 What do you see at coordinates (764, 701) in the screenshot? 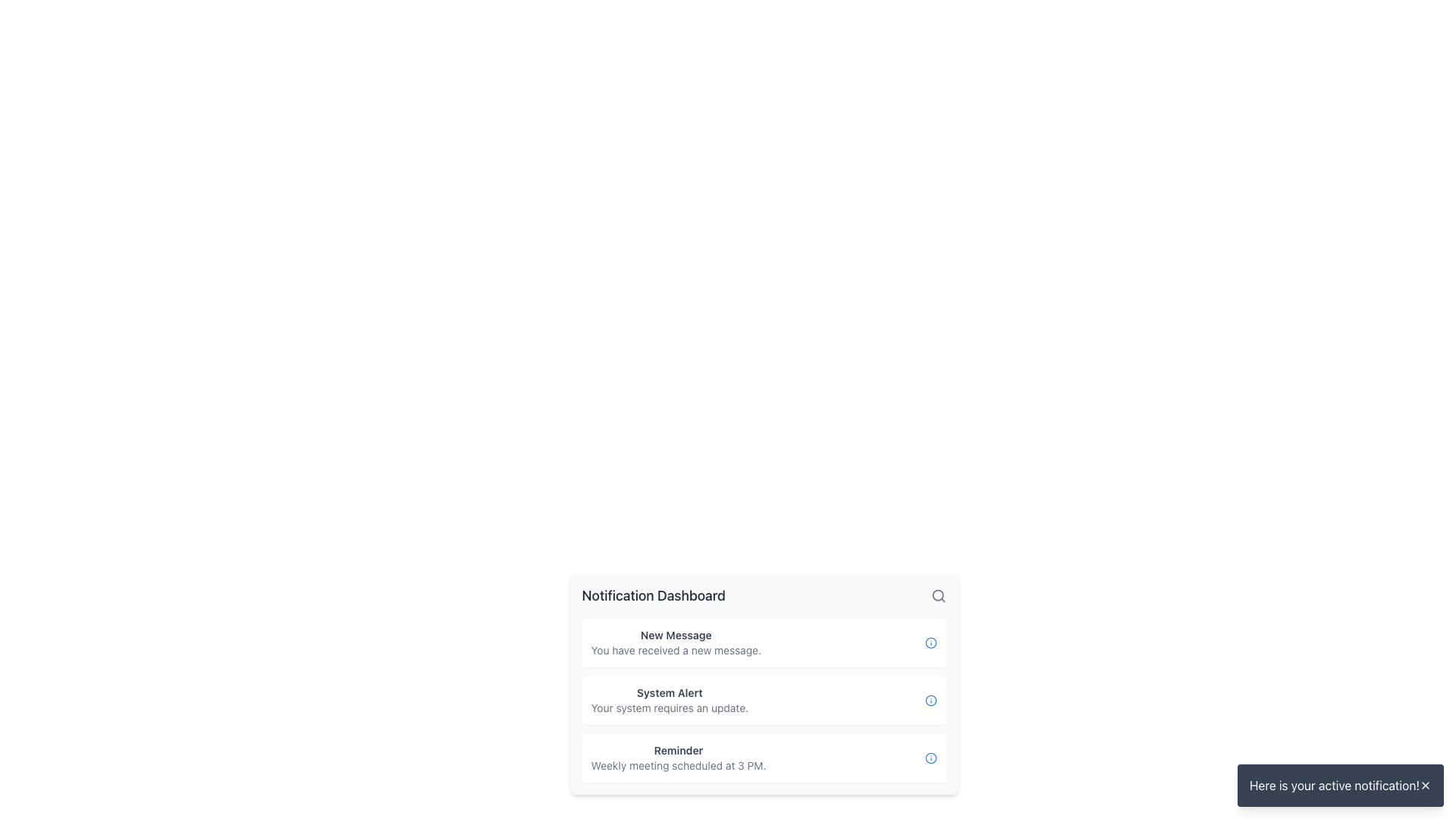
I see `alert information displayed on the Notification card, which indicates that the system requires an update. This Notification card is the second notification in the list, positioned between 'New Message' and 'Reminder'` at bounding box center [764, 701].